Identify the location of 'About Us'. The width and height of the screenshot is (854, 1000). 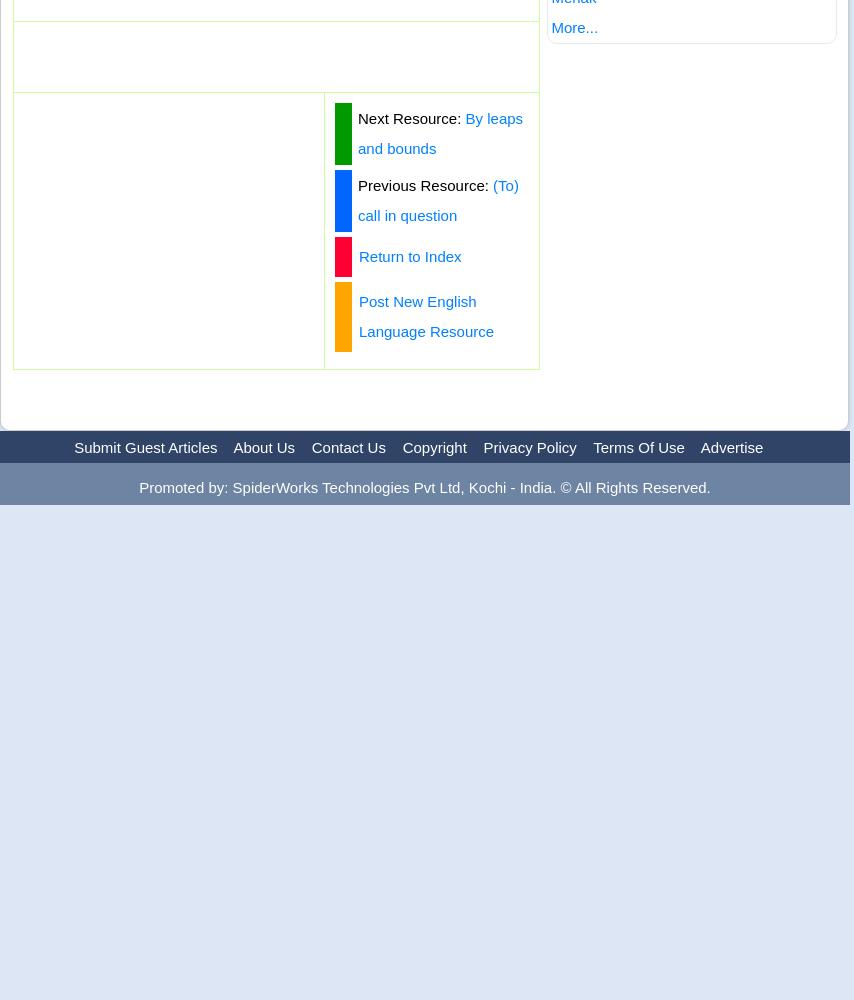
(232, 446).